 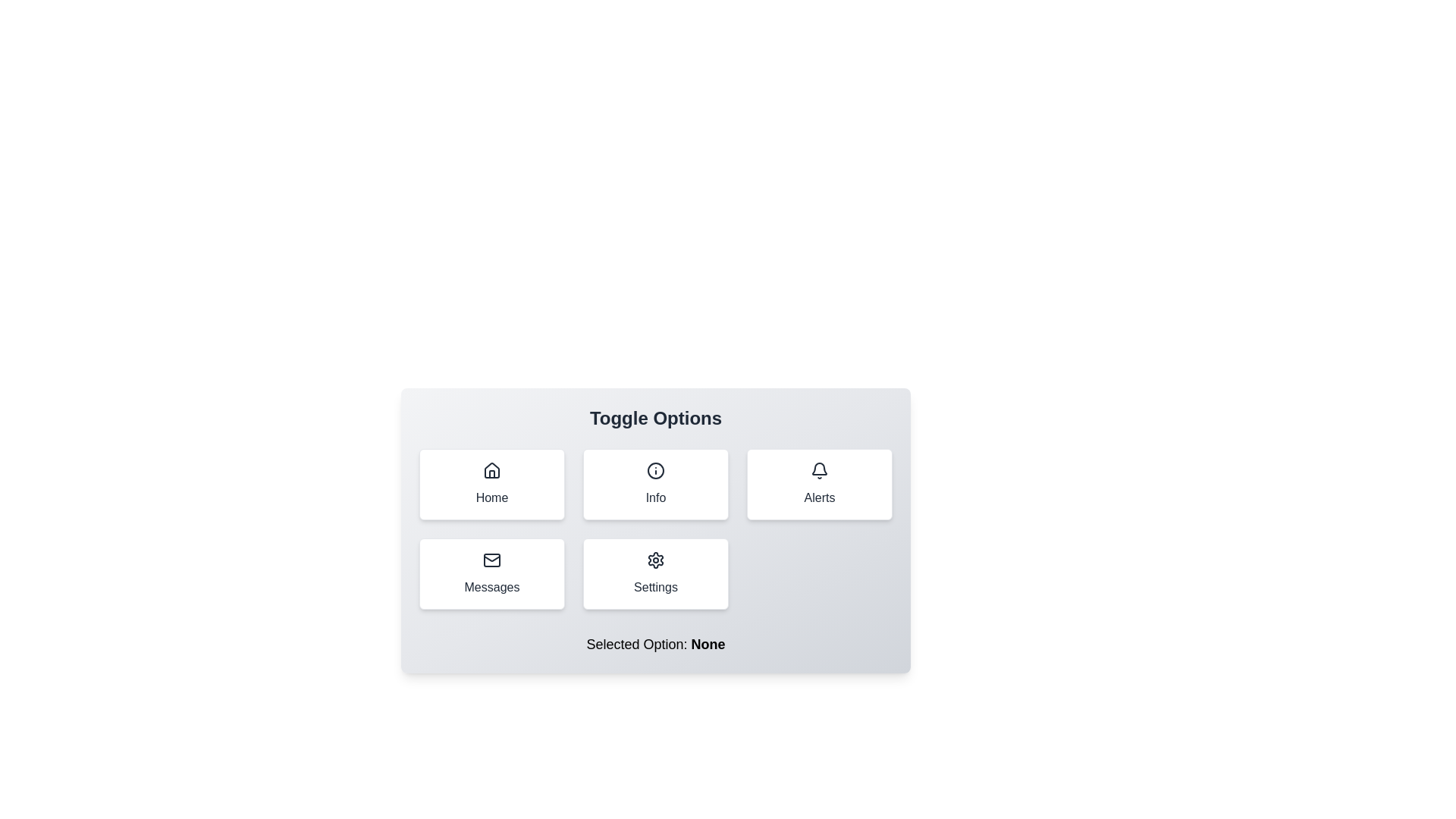 I want to click on the 'Alerts' button, which is a rectangular card with a bell icon and the text 'Alerts' beneath it, located in the third column of the top row of the grid layout, so click(x=818, y=485).